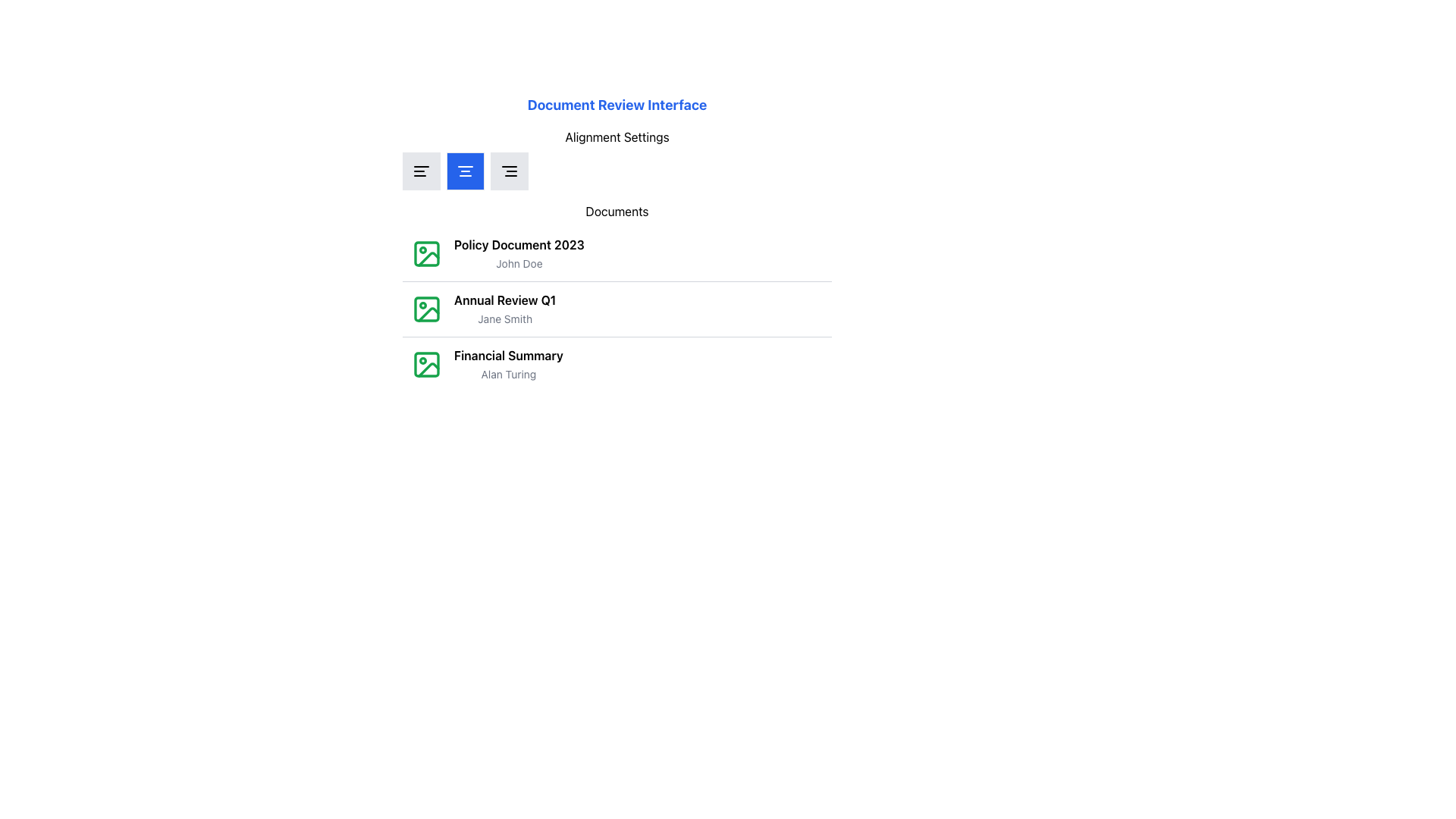 This screenshot has width=1456, height=819. What do you see at coordinates (505, 318) in the screenshot?
I see `the text label displaying 'Jane Smith' which is located beneath the title 'Annual Review Q1'` at bounding box center [505, 318].